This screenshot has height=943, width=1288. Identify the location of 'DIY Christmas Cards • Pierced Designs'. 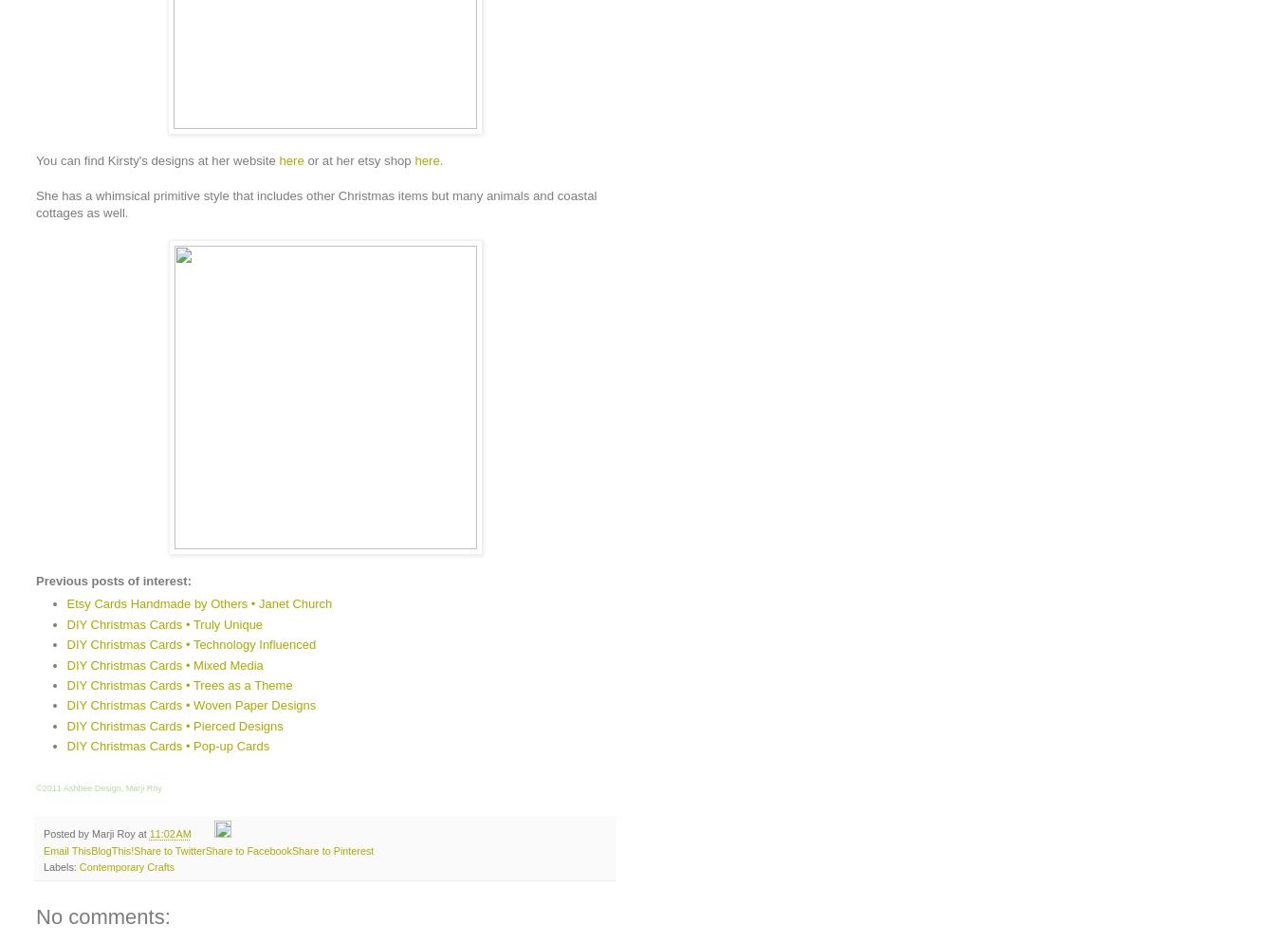
(175, 724).